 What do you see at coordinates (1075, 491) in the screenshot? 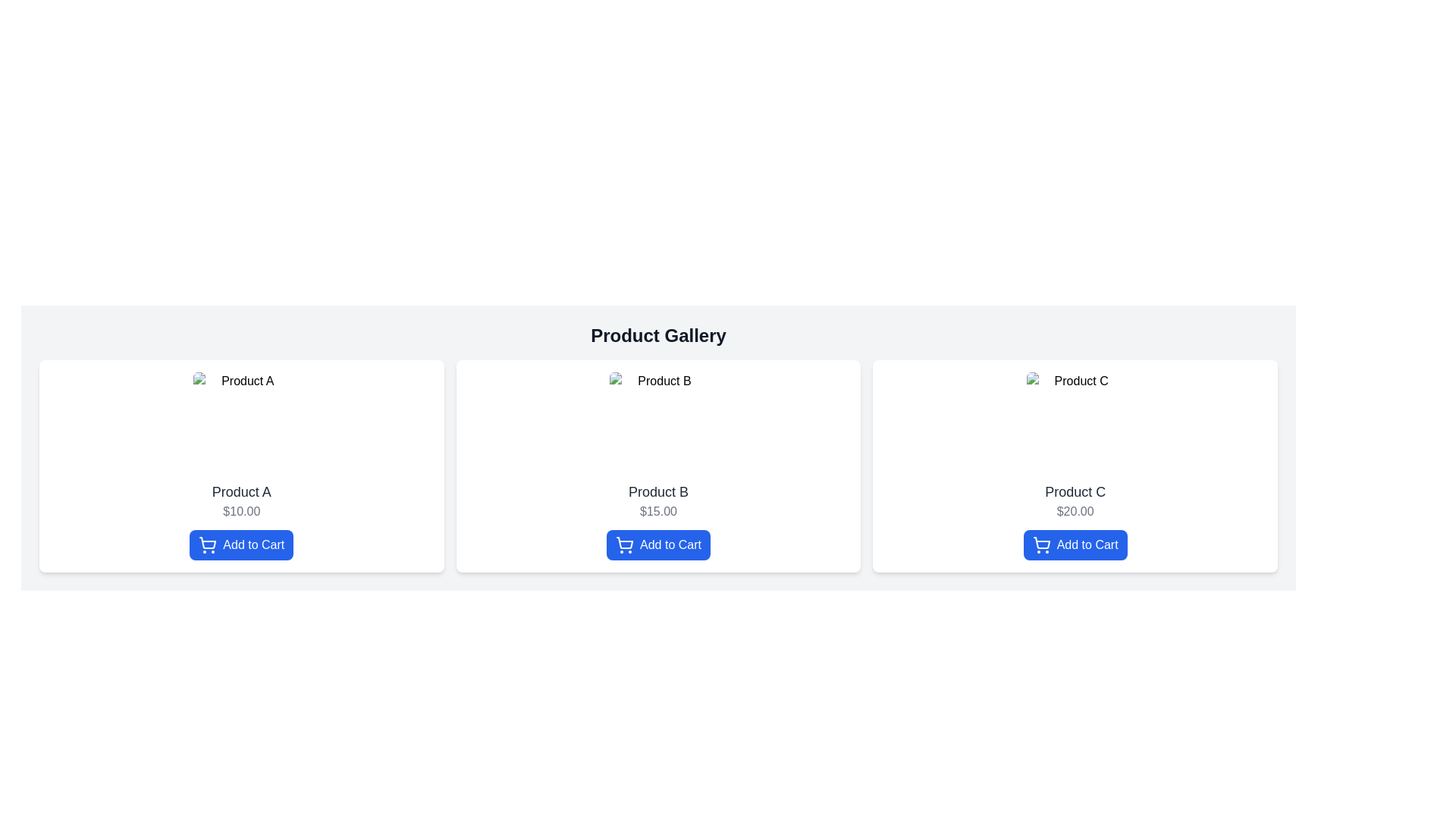
I see `the 'Product C' text label, which is bold, dark gray, and located in the last card of the product gallery, positioned below an image and above the price '$20.00'` at bounding box center [1075, 491].